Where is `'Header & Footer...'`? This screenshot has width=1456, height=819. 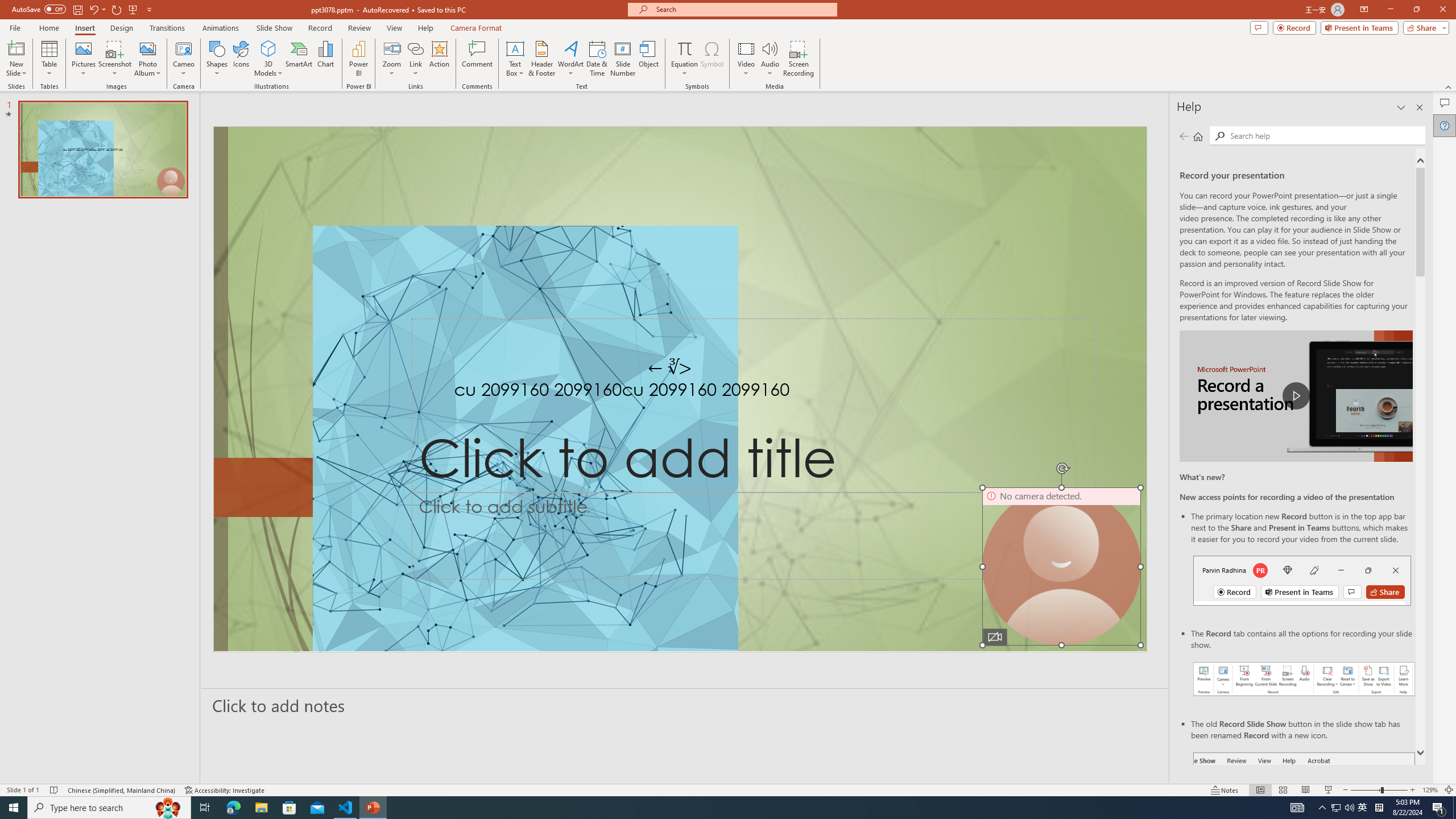 'Header & Footer...' is located at coordinates (541, 59).